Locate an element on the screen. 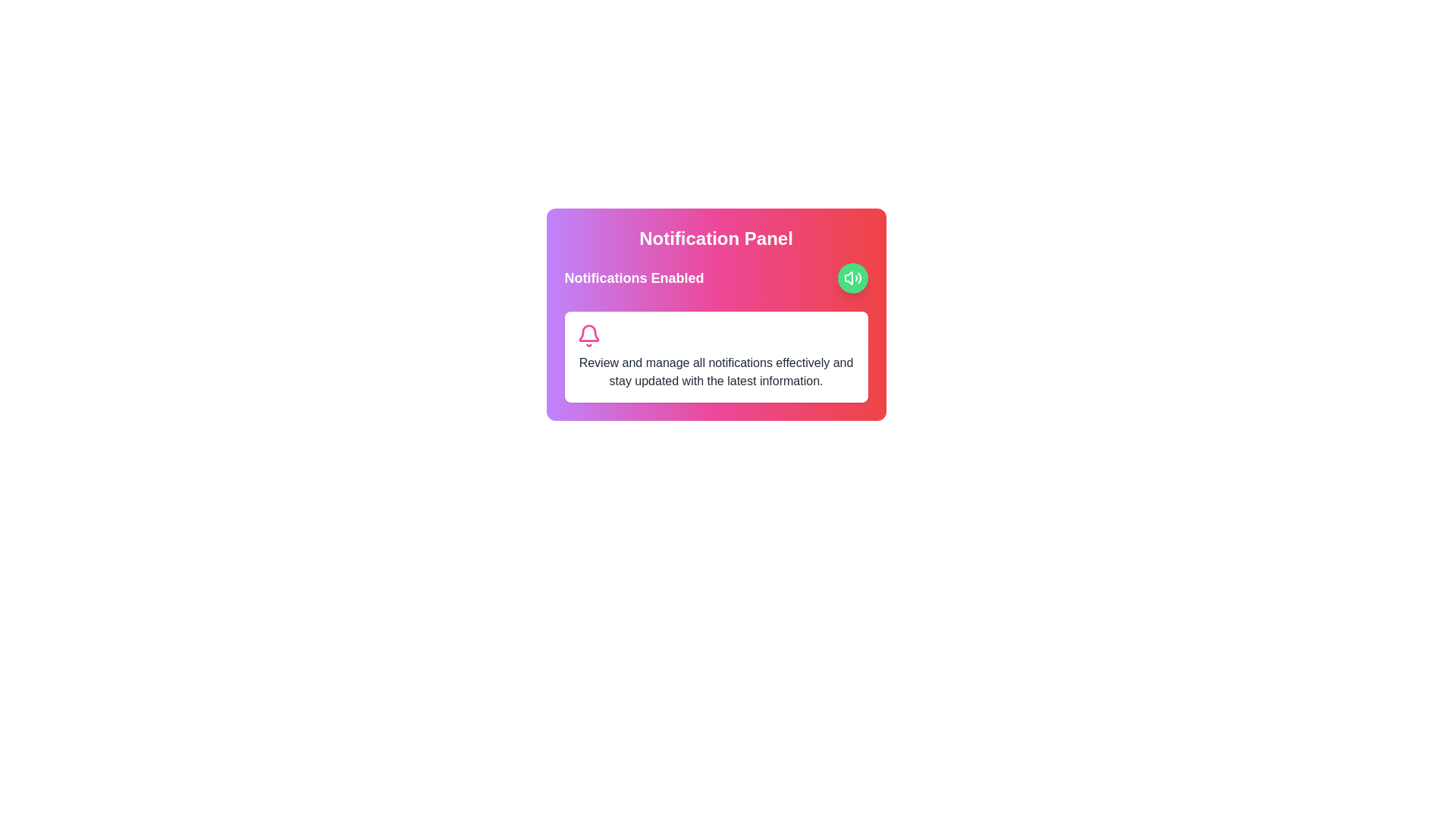 The image size is (1456, 819). the Notification Panel card, which features a gradient background from purple to pink to red, and contains a title in white bold text and a bell icon for notification management is located at coordinates (715, 314).